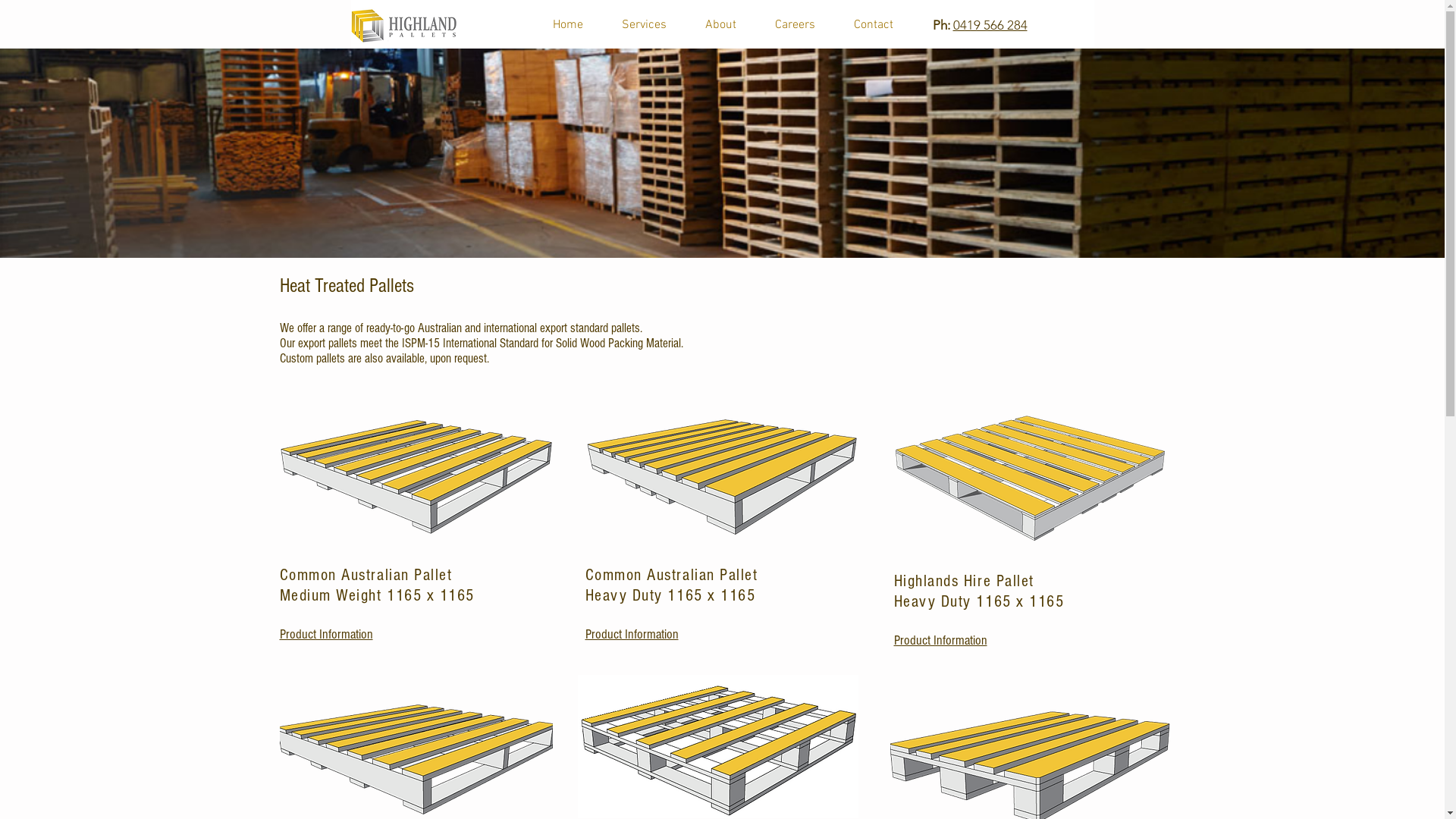 The width and height of the screenshot is (1456, 819). What do you see at coordinates (279, 634) in the screenshot?
I see `'Product Information'` at bounding box center [279, 634].